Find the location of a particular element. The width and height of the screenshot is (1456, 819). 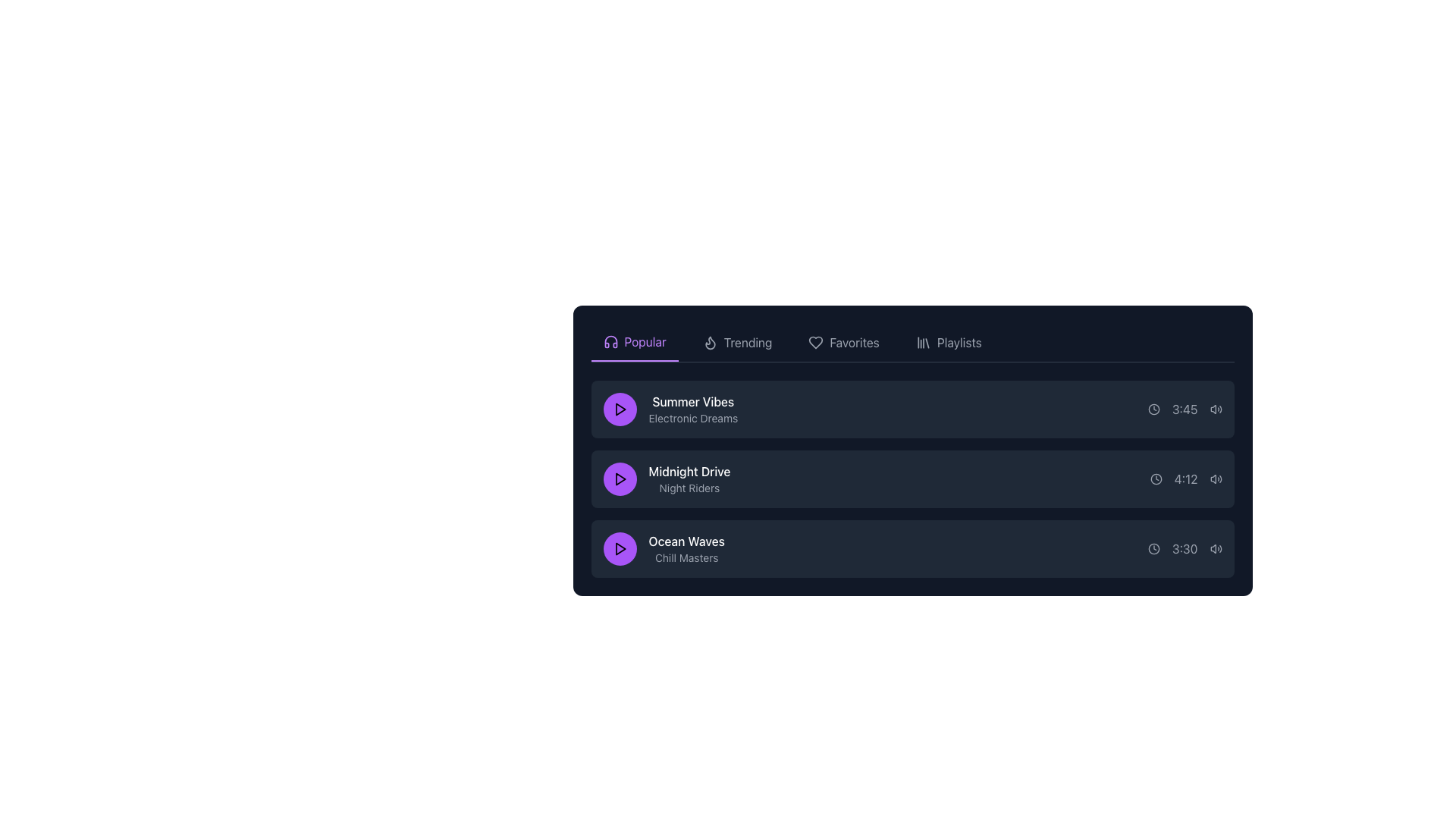

the second navigation tab, which filters or displays trending content is located at coordinates (737, 342).